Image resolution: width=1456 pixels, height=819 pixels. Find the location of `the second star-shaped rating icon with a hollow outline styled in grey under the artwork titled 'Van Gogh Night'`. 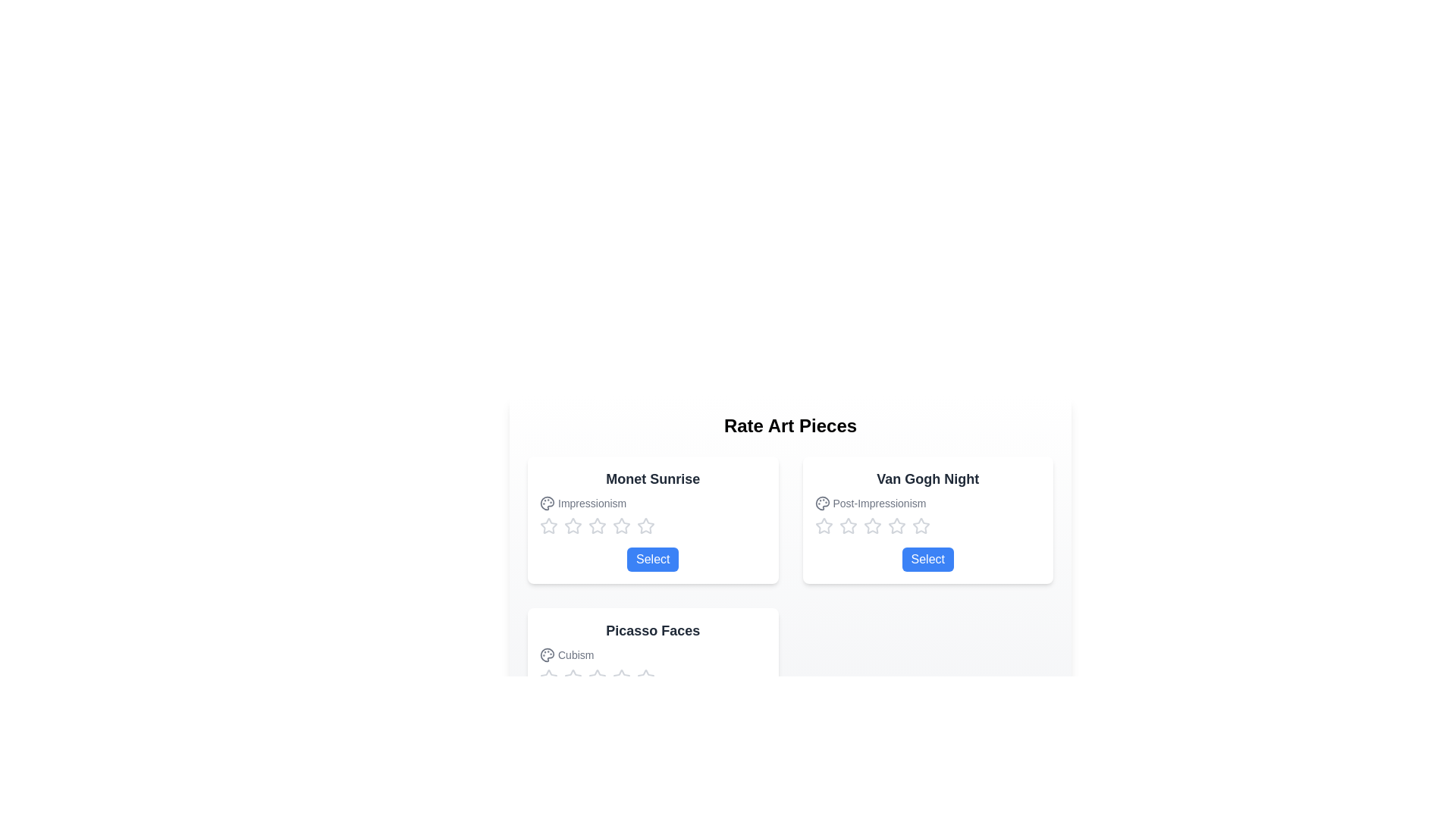

the second star-shaped rating icon with a hollow outline styled in grey under the artwork titled 'Van Gogh Night' is located at coordinates (896, 525).